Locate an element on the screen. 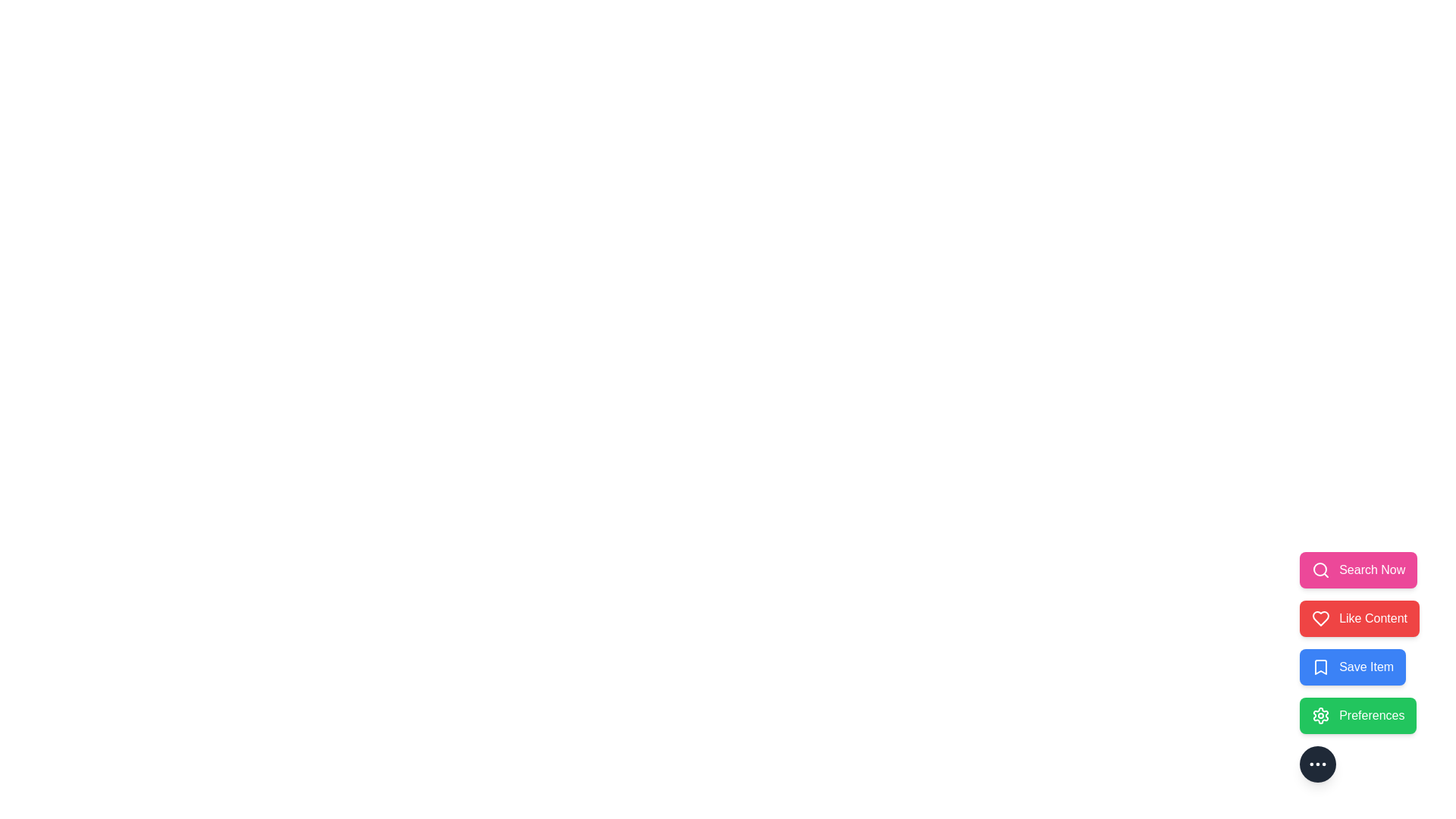  the action Search Now from the menu is located at coordinates (1357, 570).